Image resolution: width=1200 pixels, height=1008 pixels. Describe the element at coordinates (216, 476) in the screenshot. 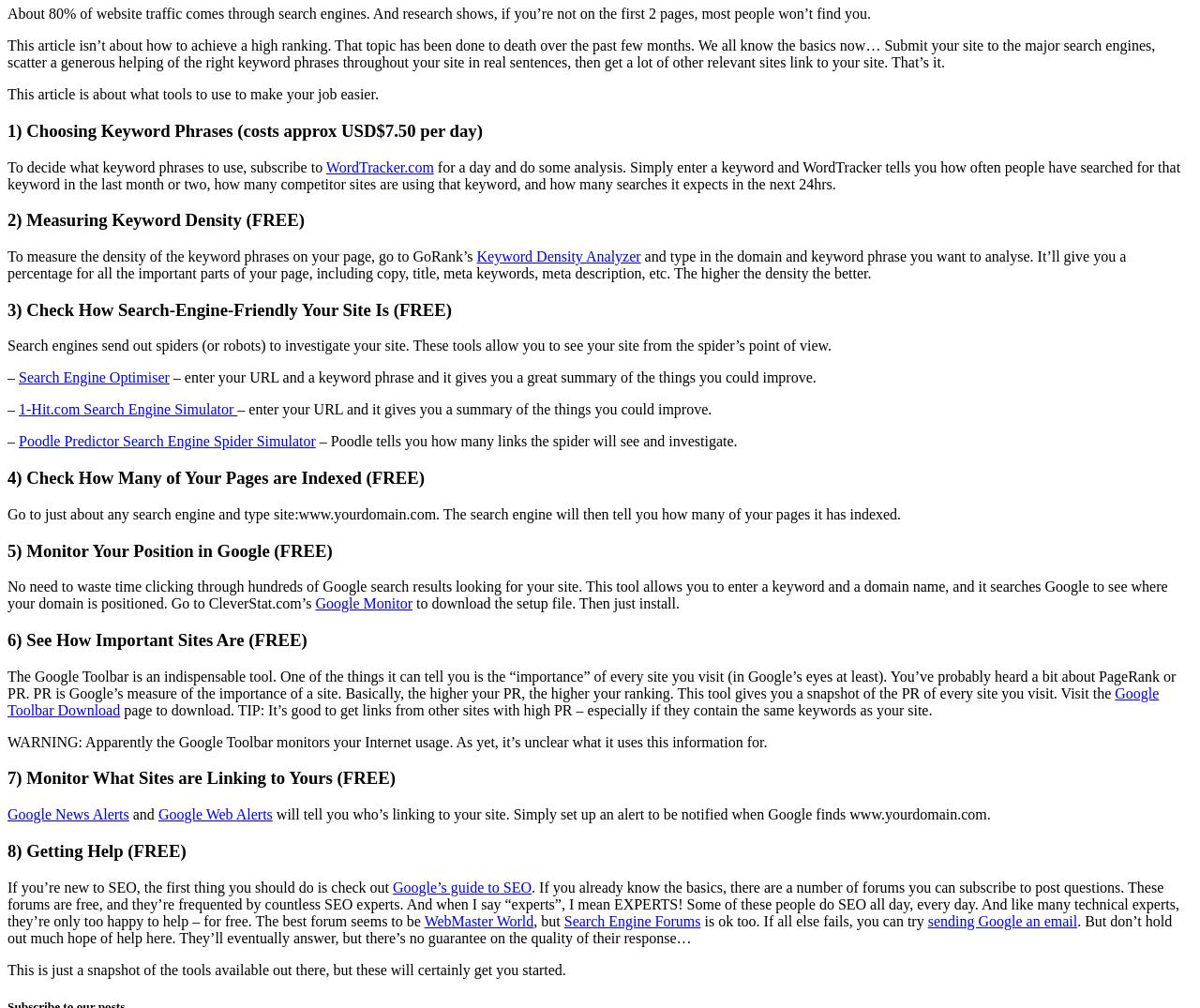

I see `'4) Check How Many of Your Pages are Indexed (FREE)'` at that location.